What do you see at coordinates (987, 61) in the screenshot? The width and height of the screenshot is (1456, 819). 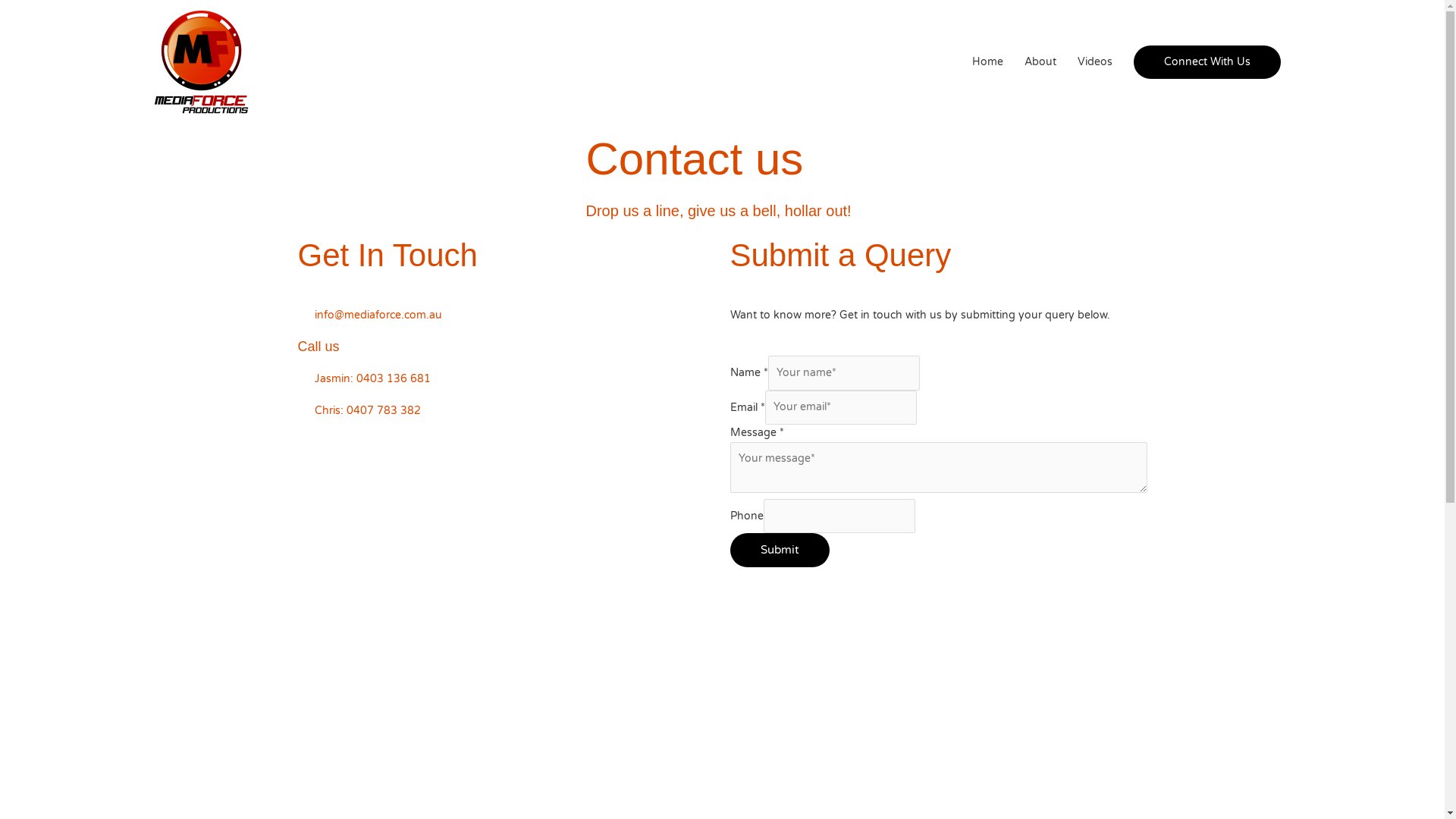 I see `'Home'` at bounding box center [987, 61].